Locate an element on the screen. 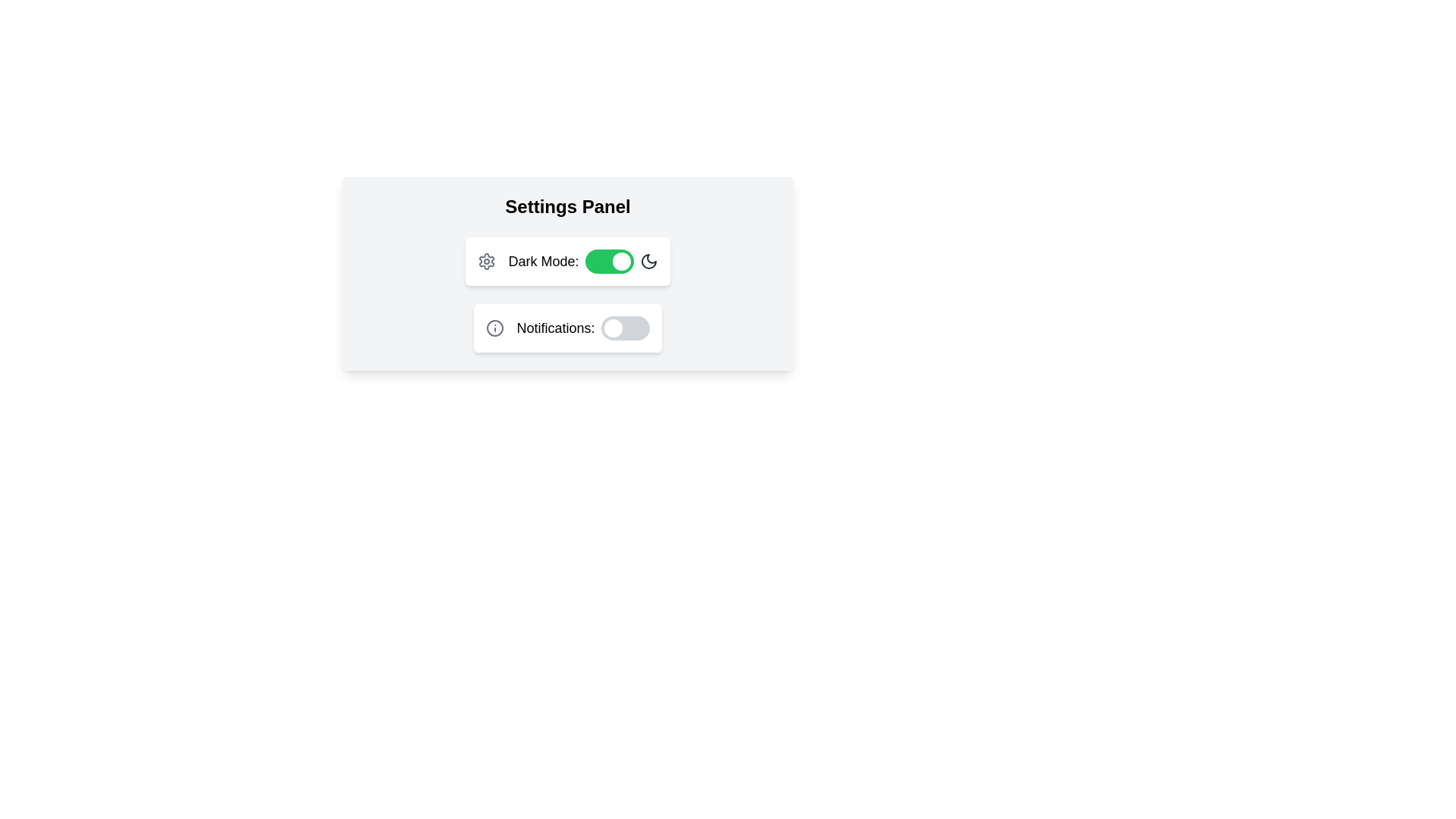 The height and width of the screenshot is (819, 1456). the gear icon representing the settings for 'Dark Mode', located to the left of the 'Dark Mode:' label is located at coordinates (487, 260).